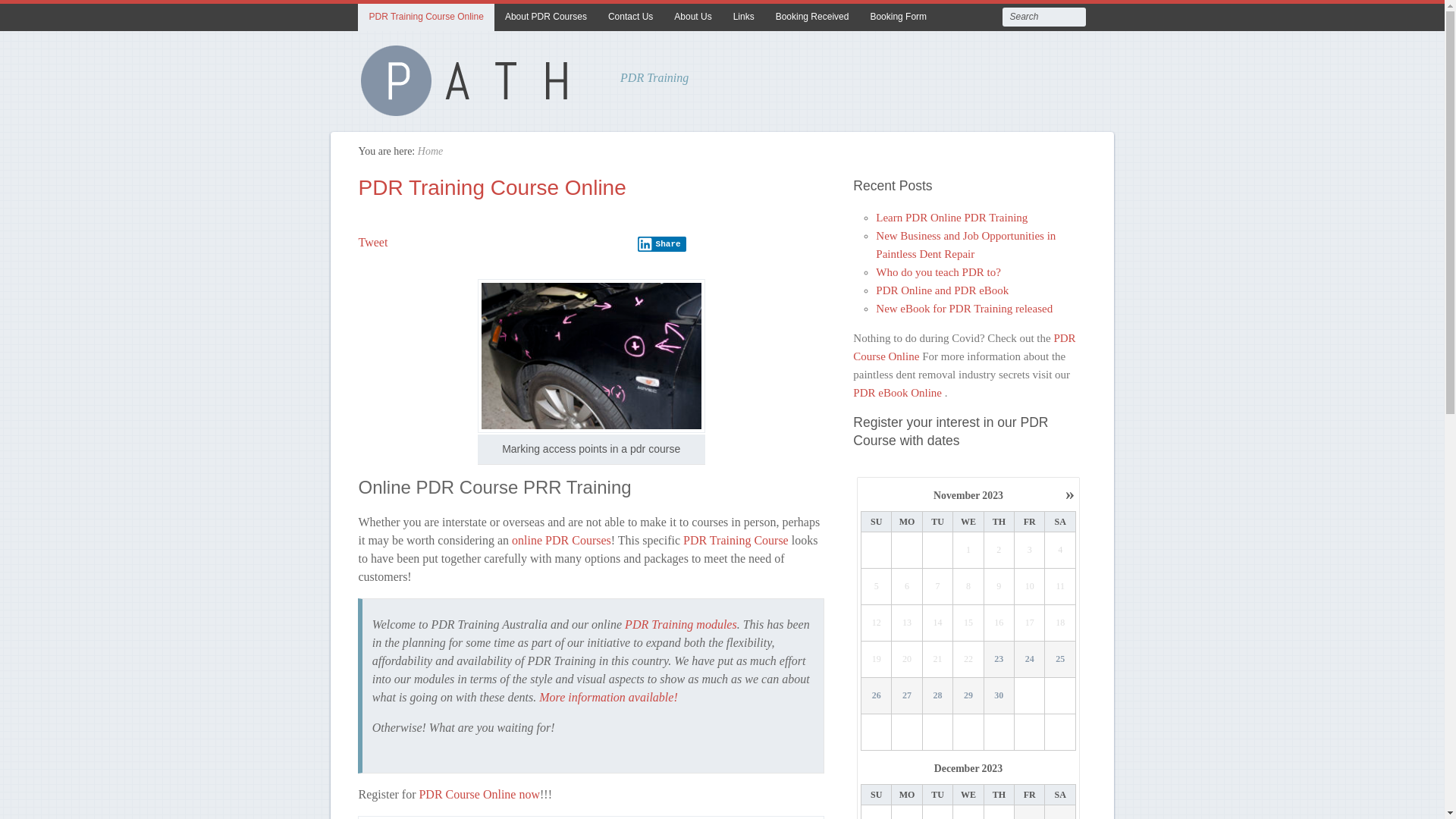  I want to click on 'New Business and Job Opportunities in Paintless Dent Repair', so click(965, 244).